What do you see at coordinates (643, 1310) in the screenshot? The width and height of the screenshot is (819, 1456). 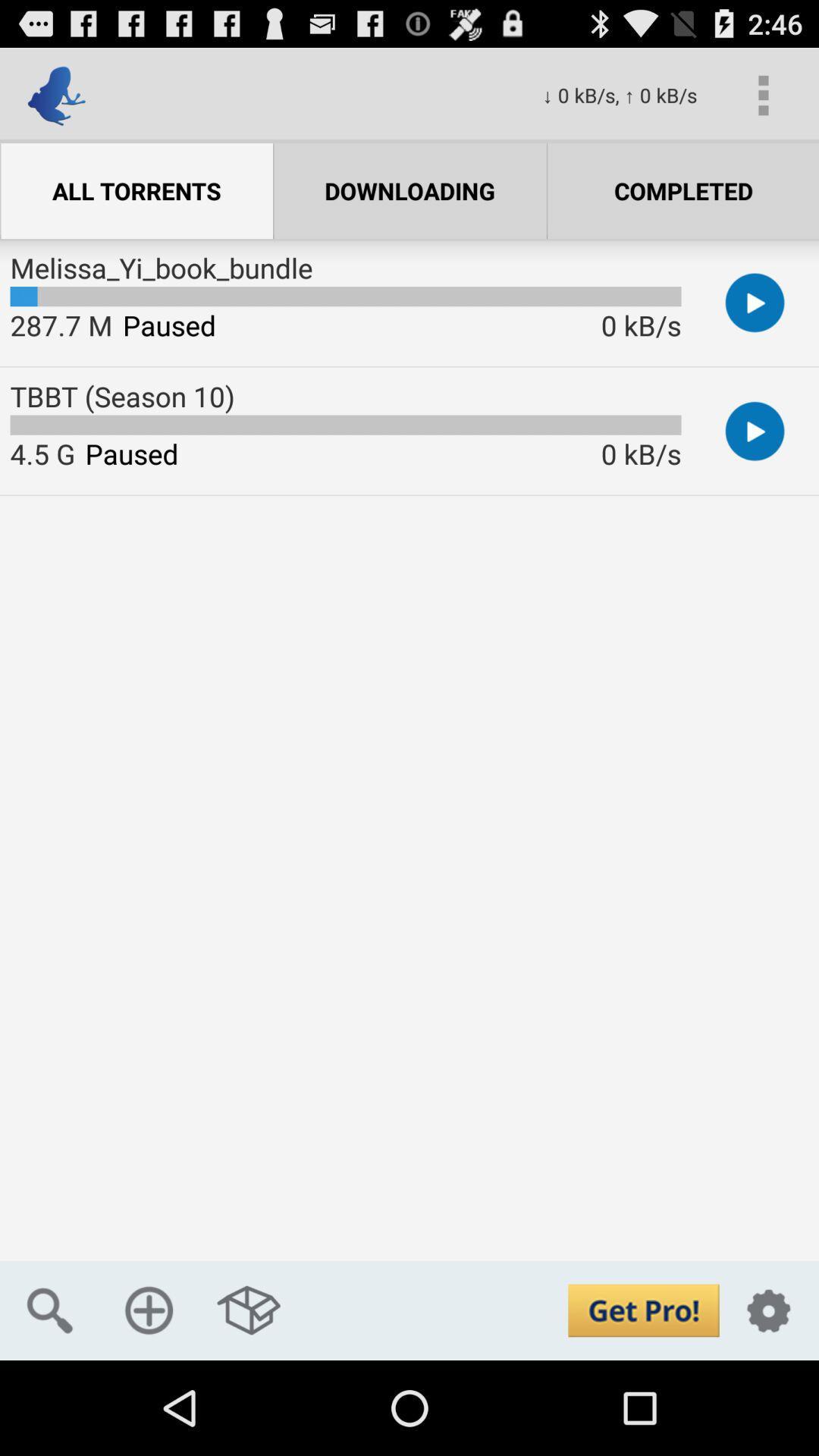 I see `get the pro version` at bounding box center [643, 1310].